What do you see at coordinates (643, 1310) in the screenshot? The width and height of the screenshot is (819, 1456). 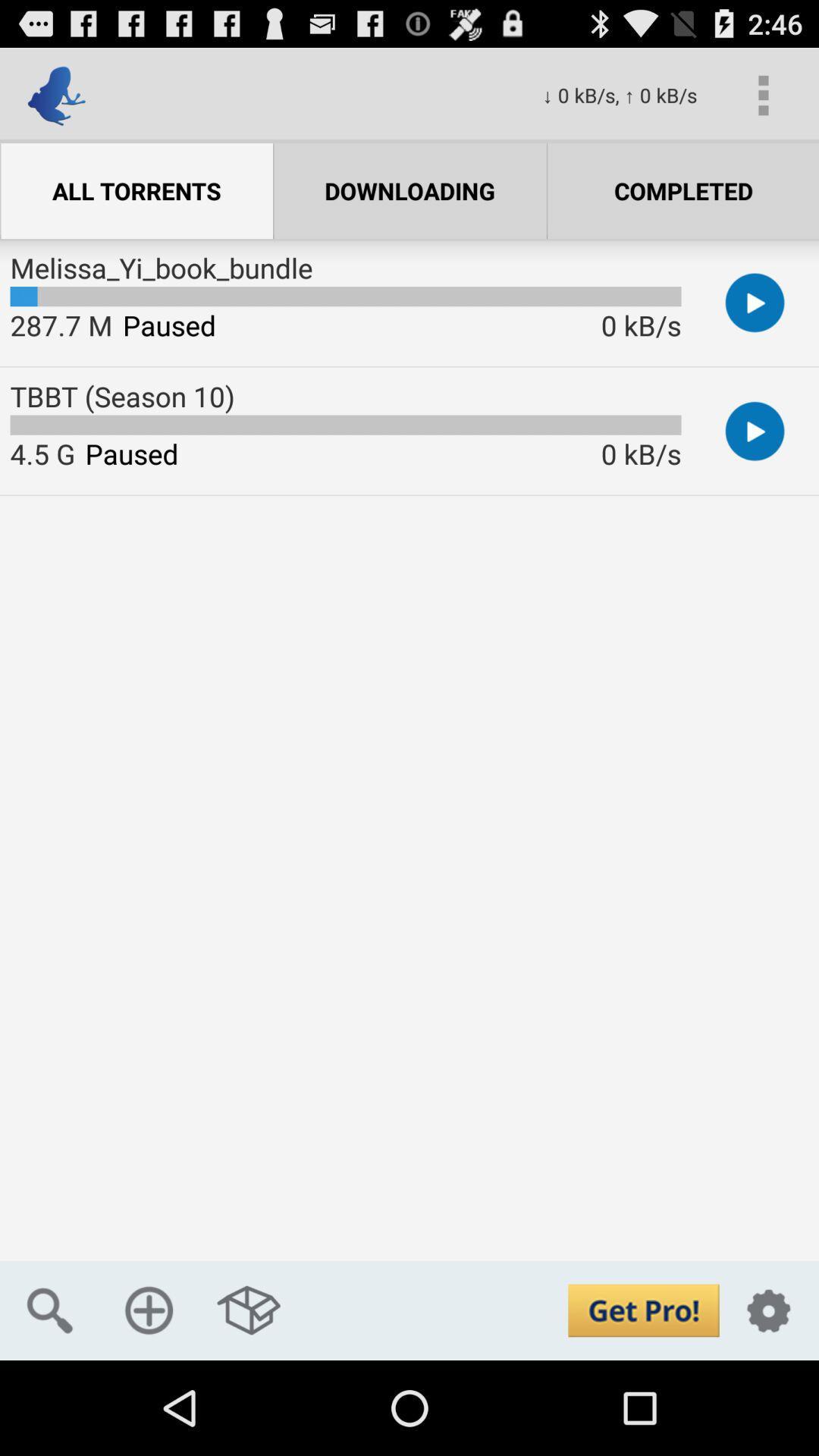 I see `get the pro version` at bounding box center [643, 1310].